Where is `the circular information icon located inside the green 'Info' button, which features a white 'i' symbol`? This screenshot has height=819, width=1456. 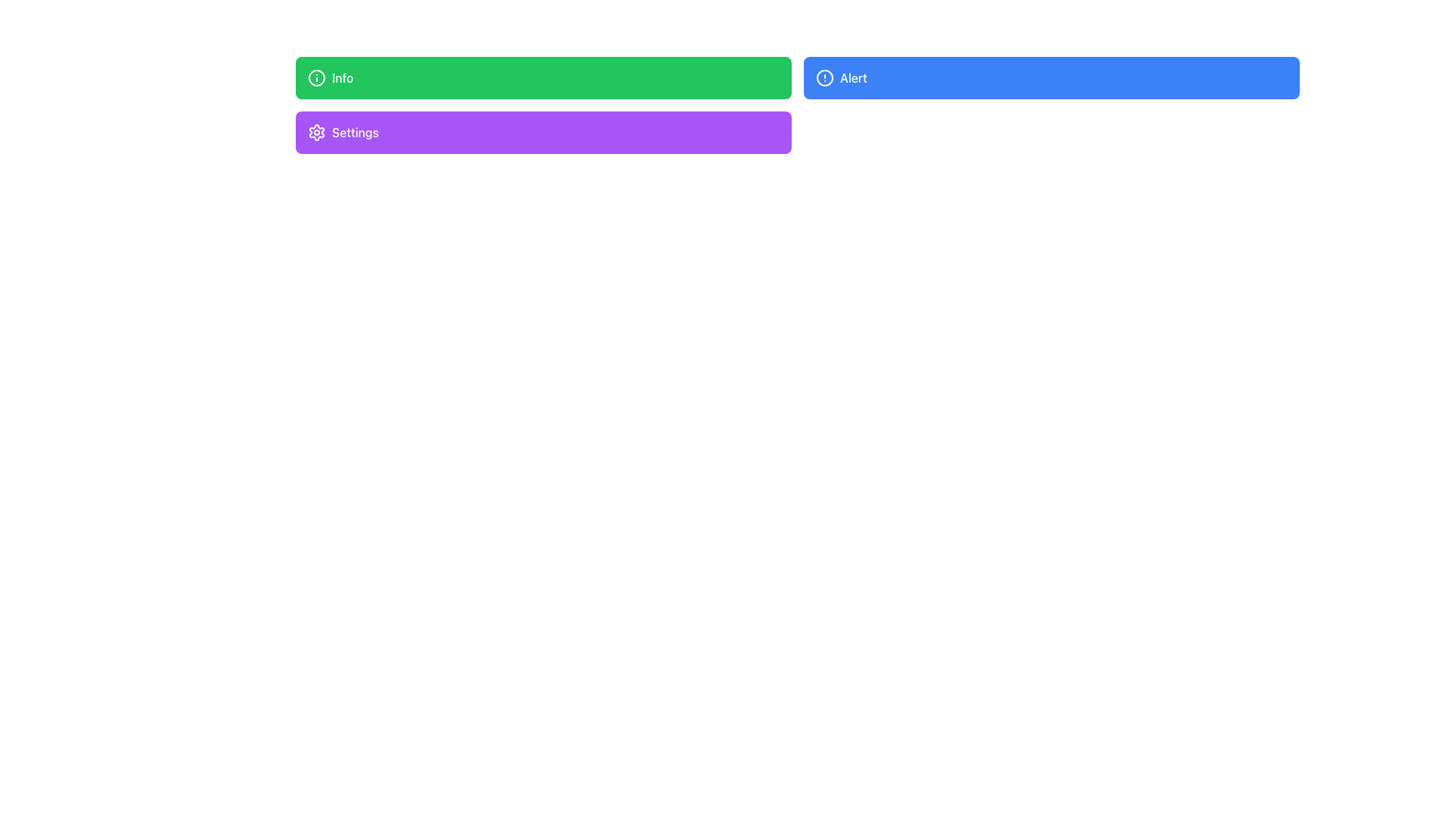
the circular information icon located inside the green 'Info' button, which features a white 'i' symbol is located at coordinates (315, 78).